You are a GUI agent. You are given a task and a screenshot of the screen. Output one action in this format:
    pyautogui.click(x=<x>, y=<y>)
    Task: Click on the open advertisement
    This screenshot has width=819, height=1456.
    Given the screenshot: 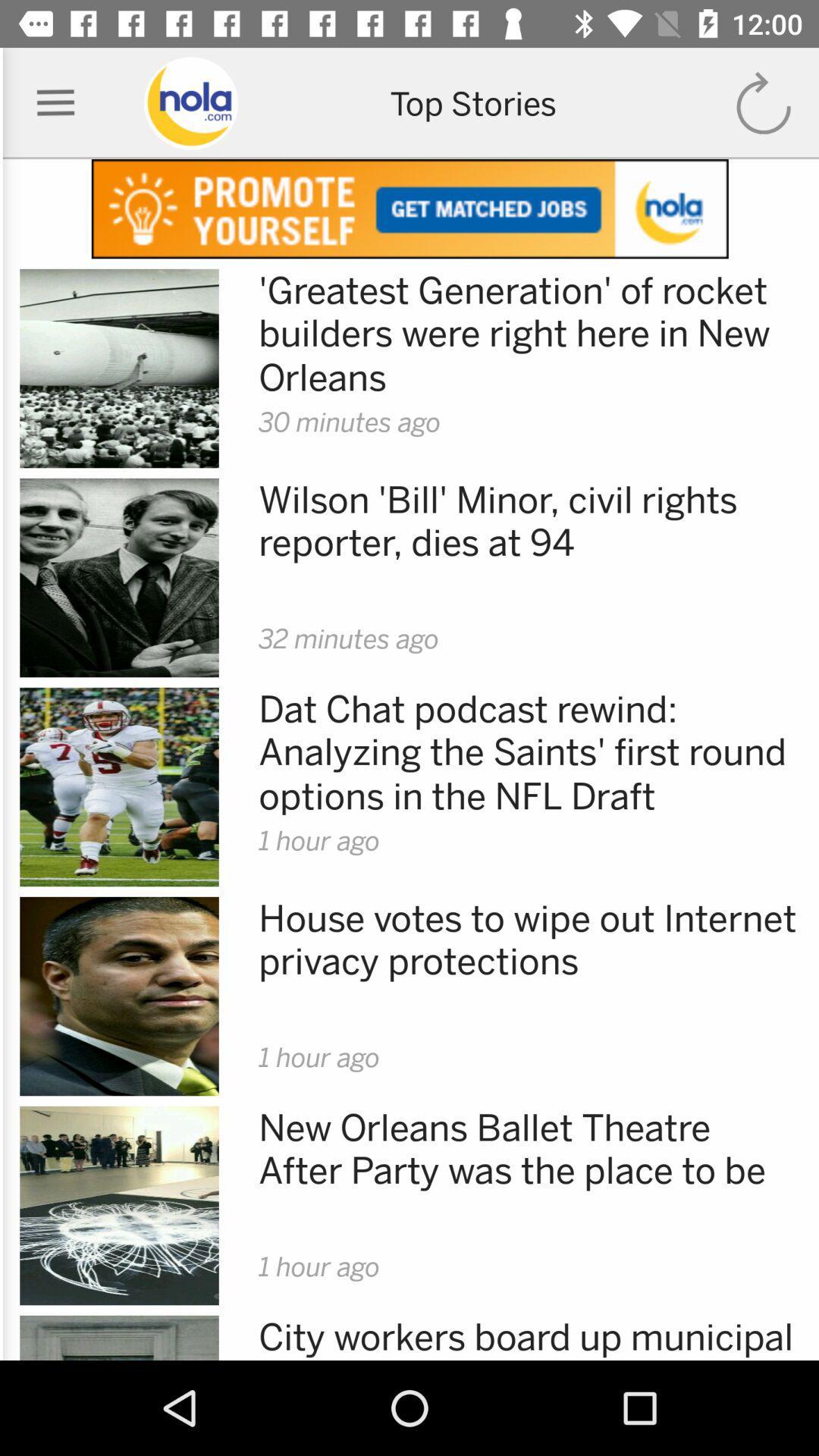 What is the action you would take?
    pyautogui.click(x=409, y=208)
    